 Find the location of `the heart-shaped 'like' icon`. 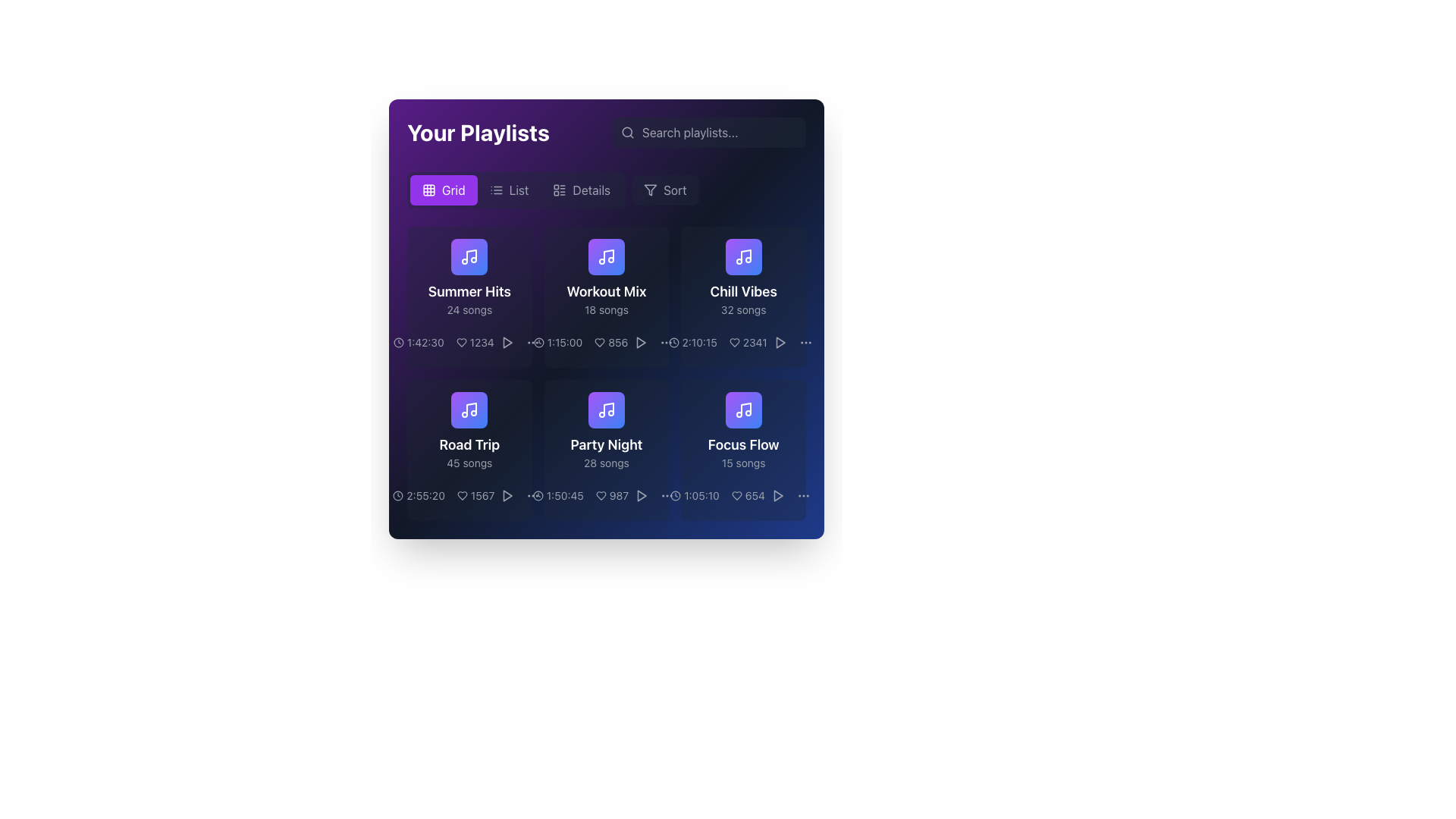

the heart-shaped 'like' icon is located at coordinates (461, 496).